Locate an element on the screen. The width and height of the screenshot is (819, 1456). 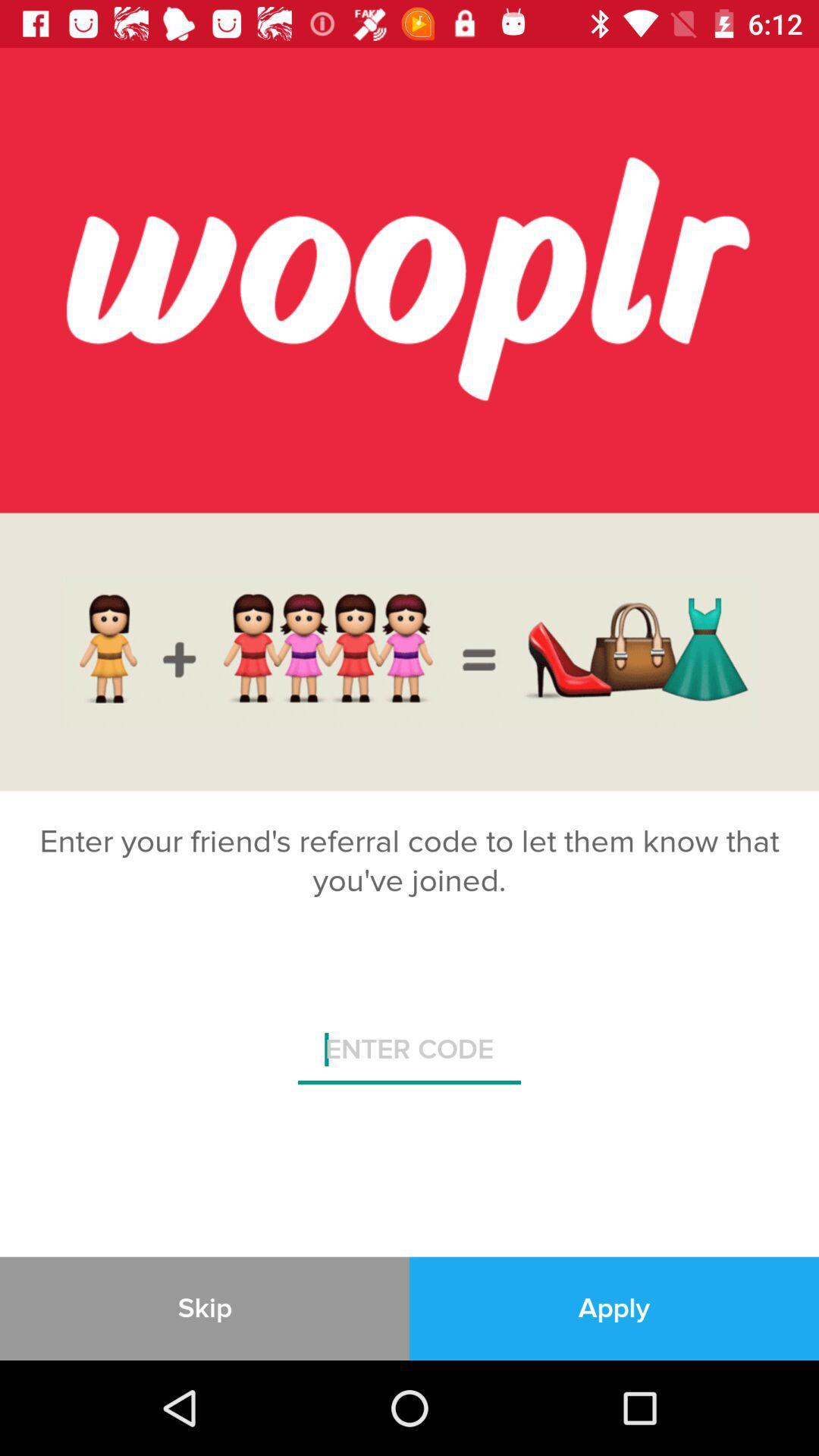
apply is located at coordinates (614, 1307).